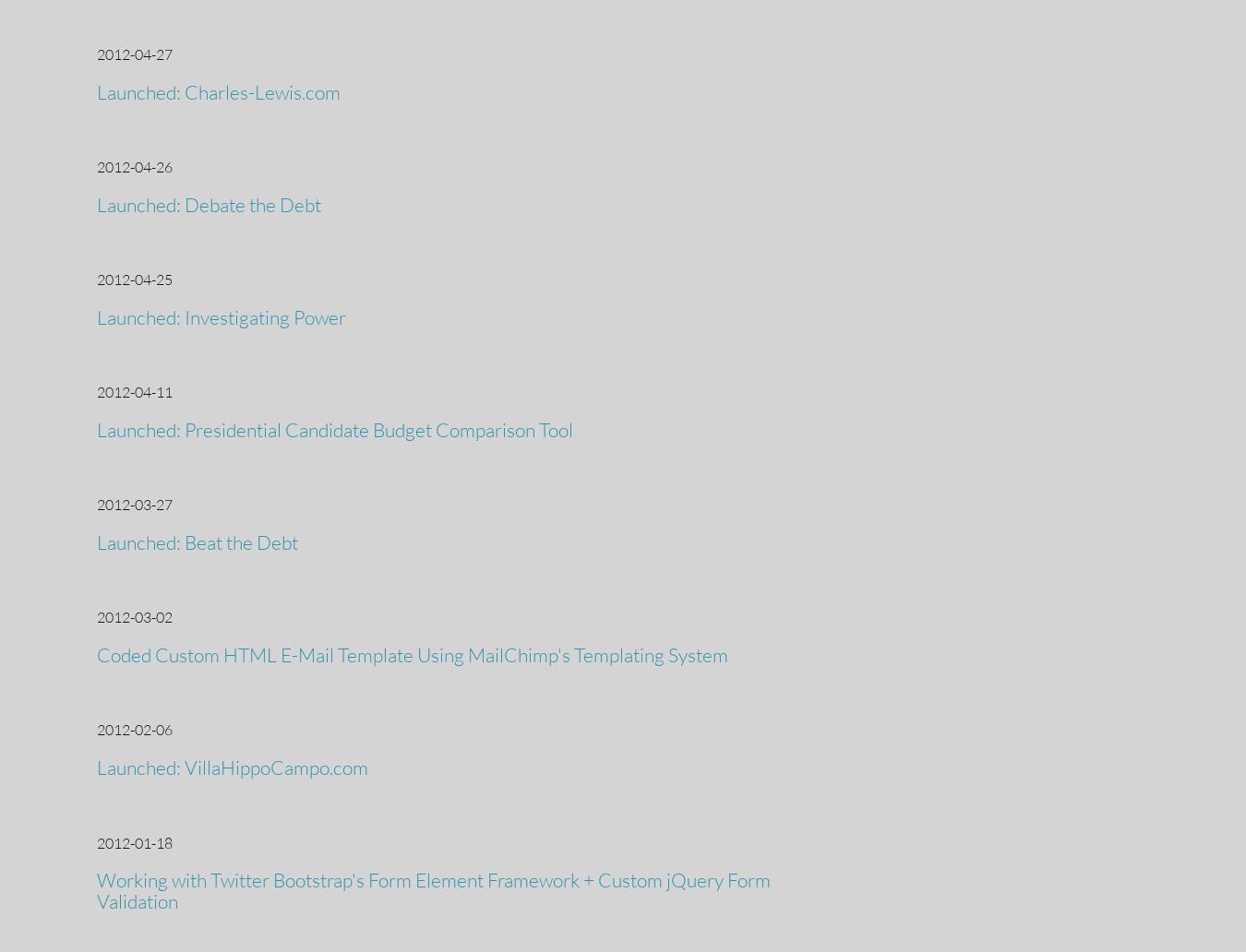  I want to click on 'Launched: Charles-Lewis.com', so click(218, 90).